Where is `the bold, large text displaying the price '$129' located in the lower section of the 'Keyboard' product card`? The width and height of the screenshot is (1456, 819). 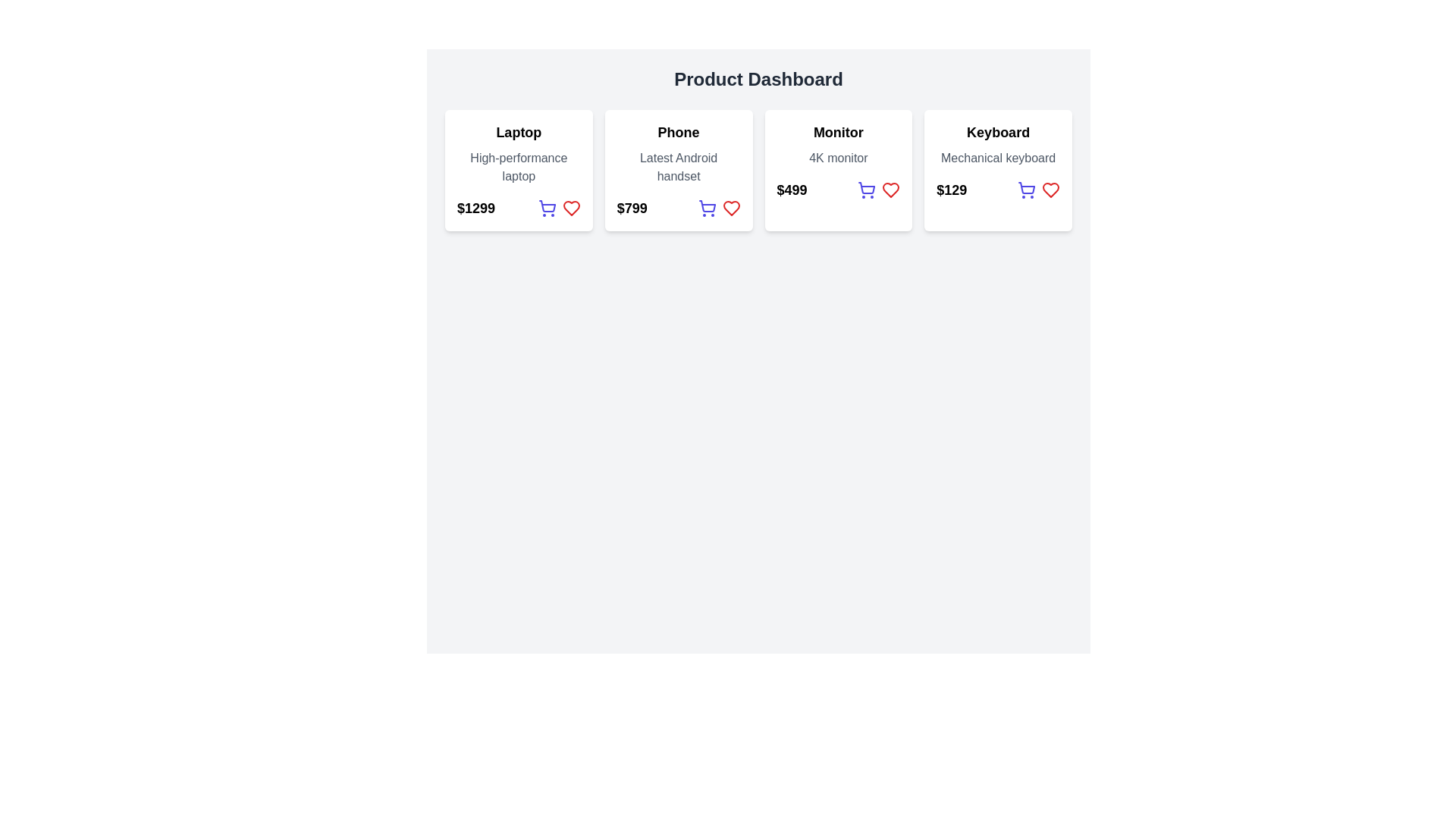 the bold, large text displaying the price '$129' located in the lower section of the 'Keyboard' product card is located at coordinates (951, 189).